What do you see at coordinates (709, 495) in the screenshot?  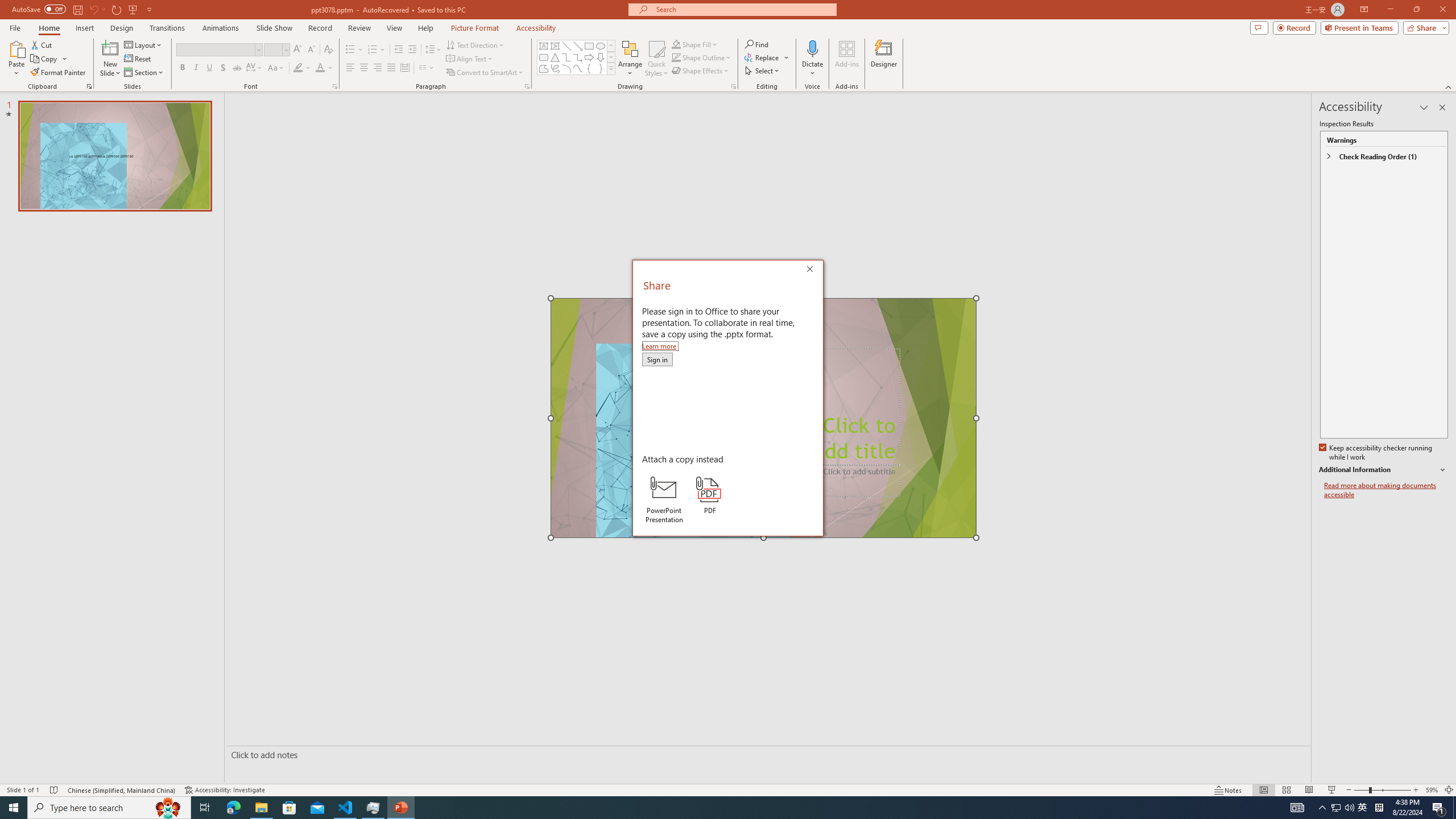 I see `'PDF'` at bounding box center [709, 495].